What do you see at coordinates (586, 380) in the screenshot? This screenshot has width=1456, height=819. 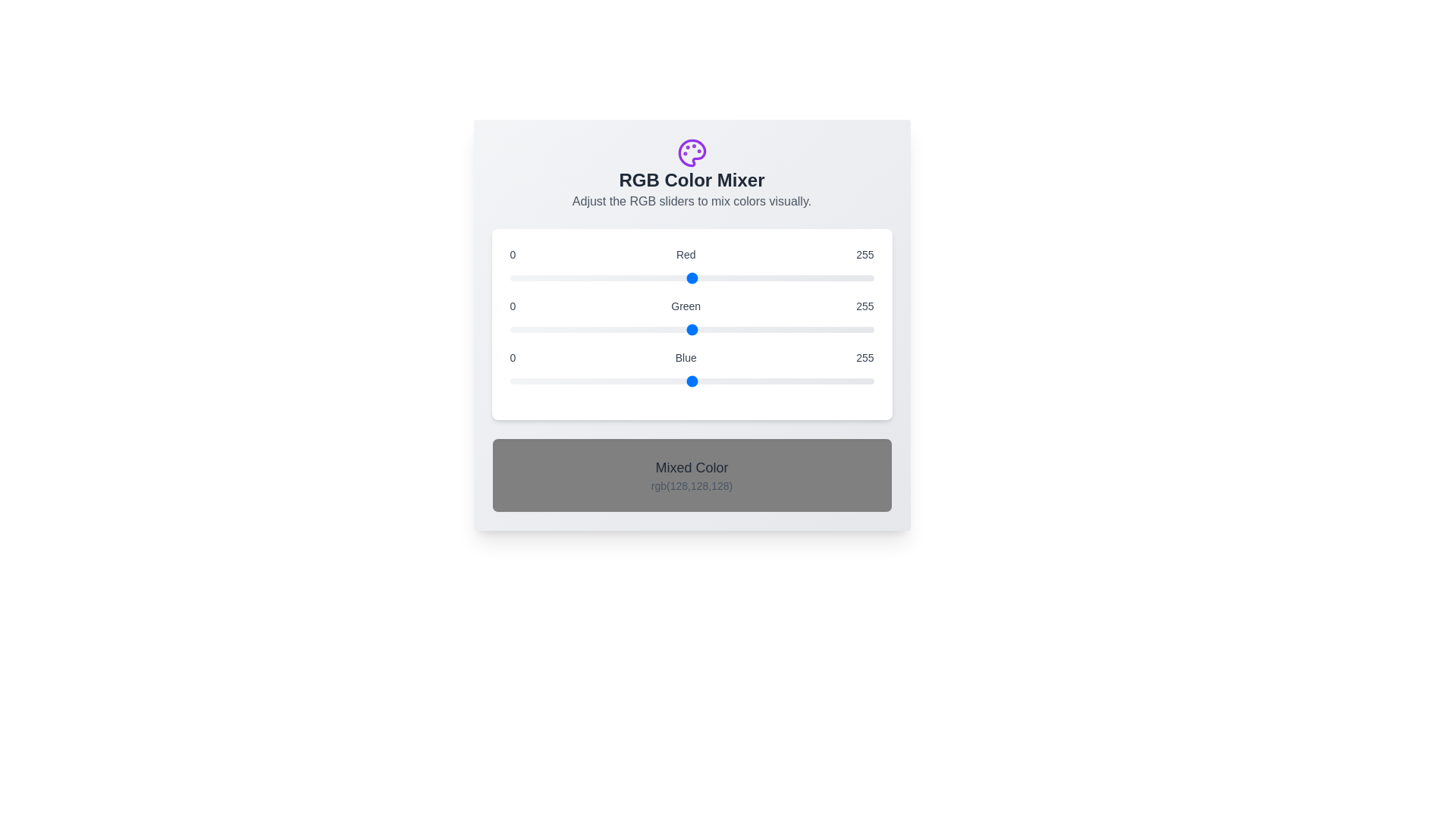 I see `the blue slider to a specific value 54 within the range 0 to 255` at bounding box center [586, 380].